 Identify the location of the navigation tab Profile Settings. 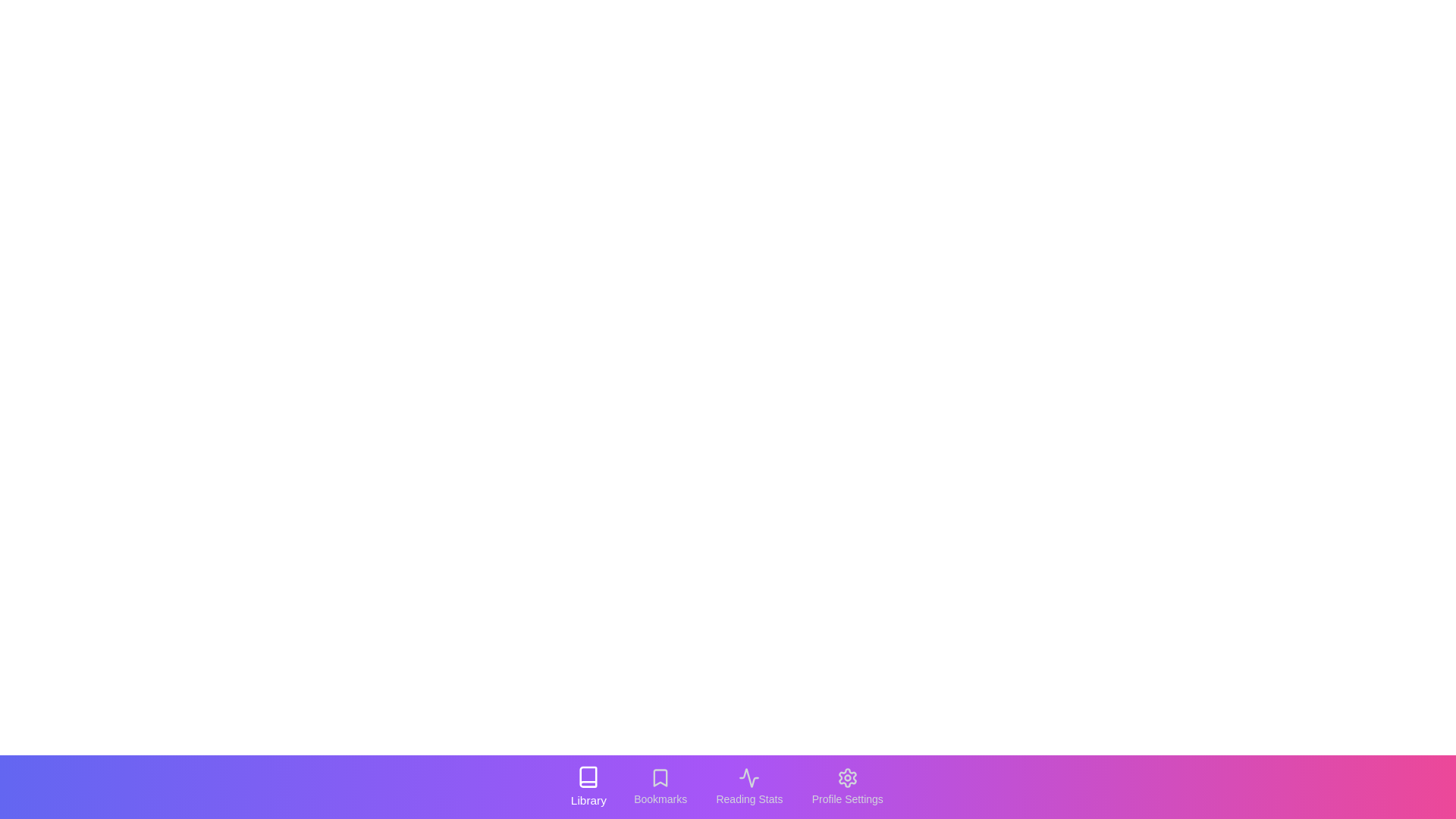
(847, 786).